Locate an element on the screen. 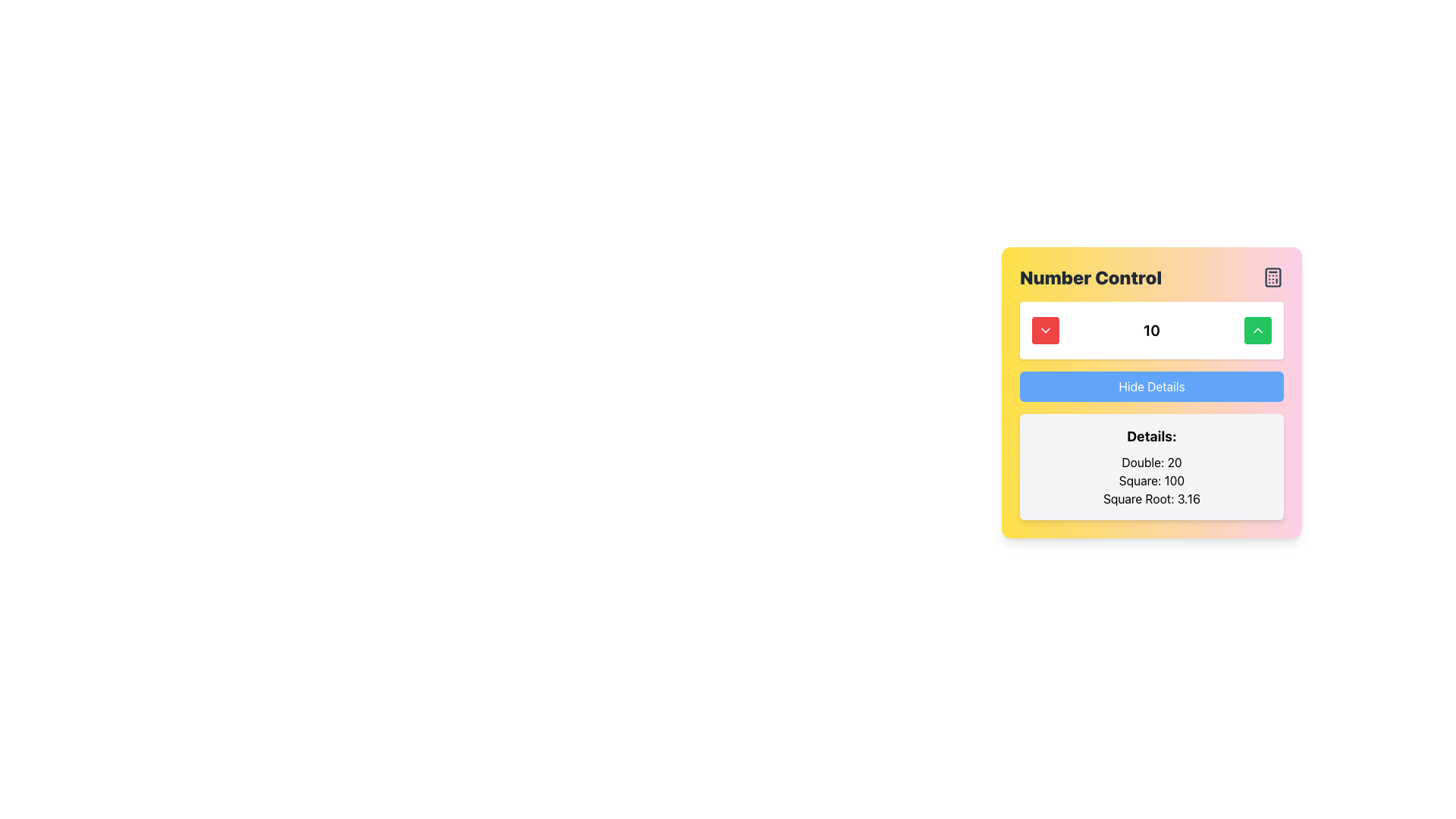 This screenshot has height=819, width=1456. the square button with a red background and a white downward-pointing chevron symbol is located at coordinates (1044, 329).